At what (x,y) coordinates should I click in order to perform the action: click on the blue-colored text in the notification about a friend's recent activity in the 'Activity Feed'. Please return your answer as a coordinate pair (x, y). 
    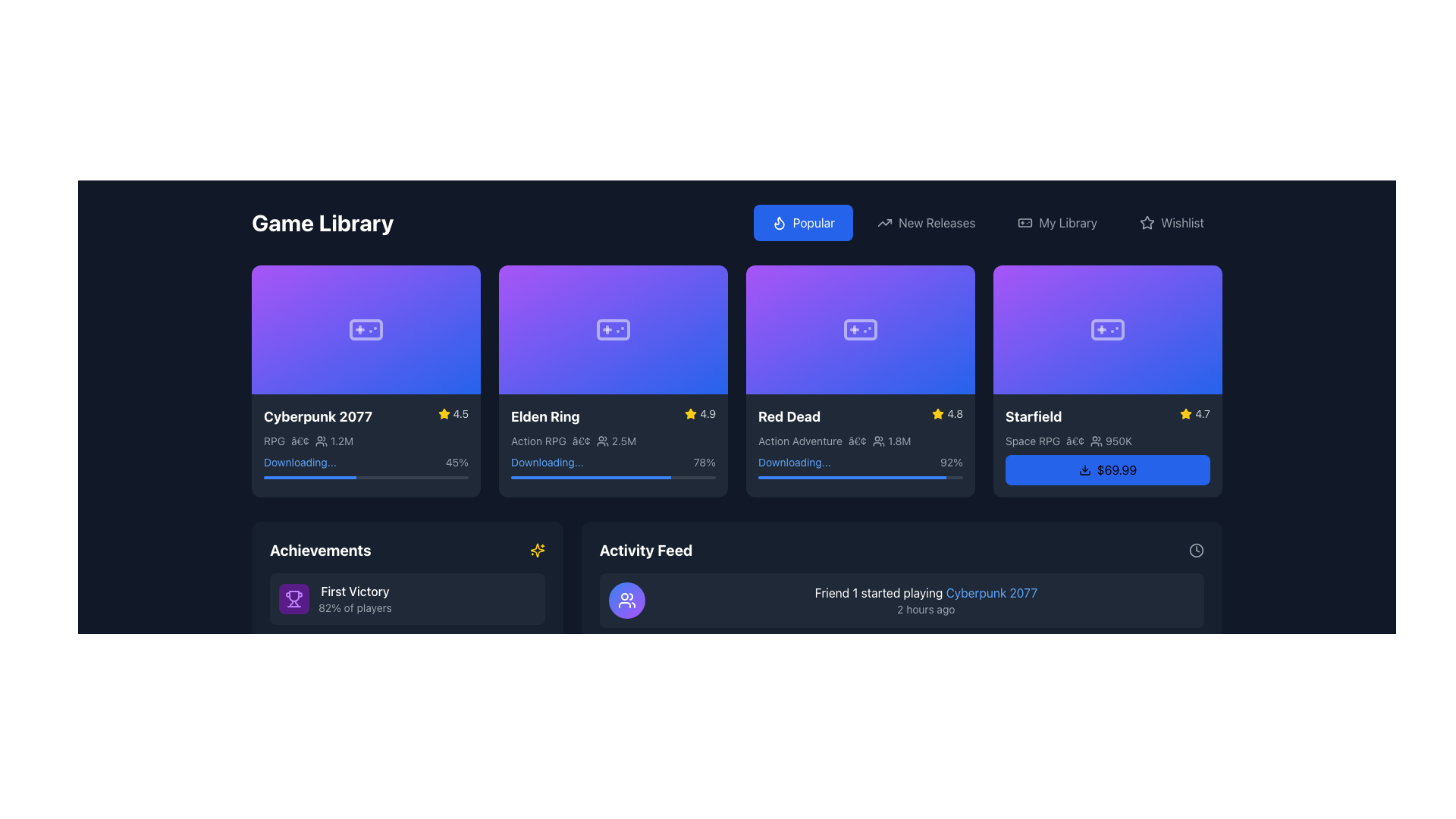
    Looking at the image, I should click on (925, 599).